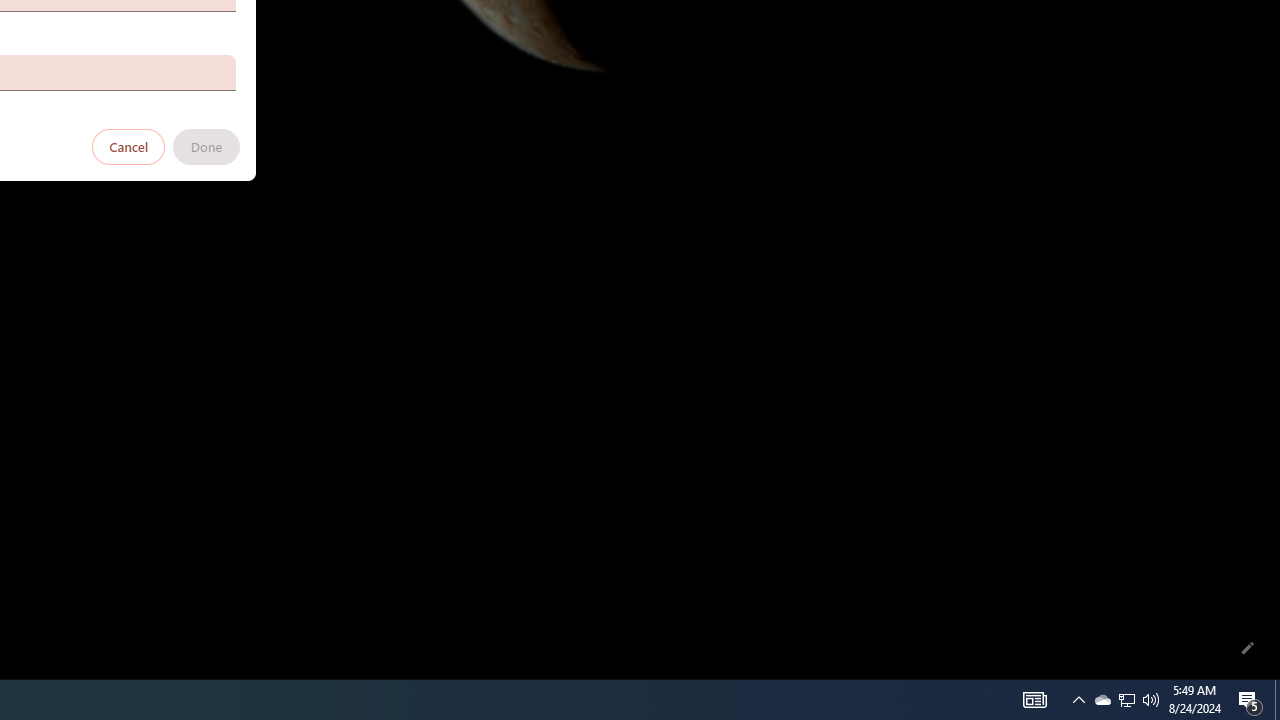  I want to click on 'User Promoted Notification Area', so click(1101, 698).